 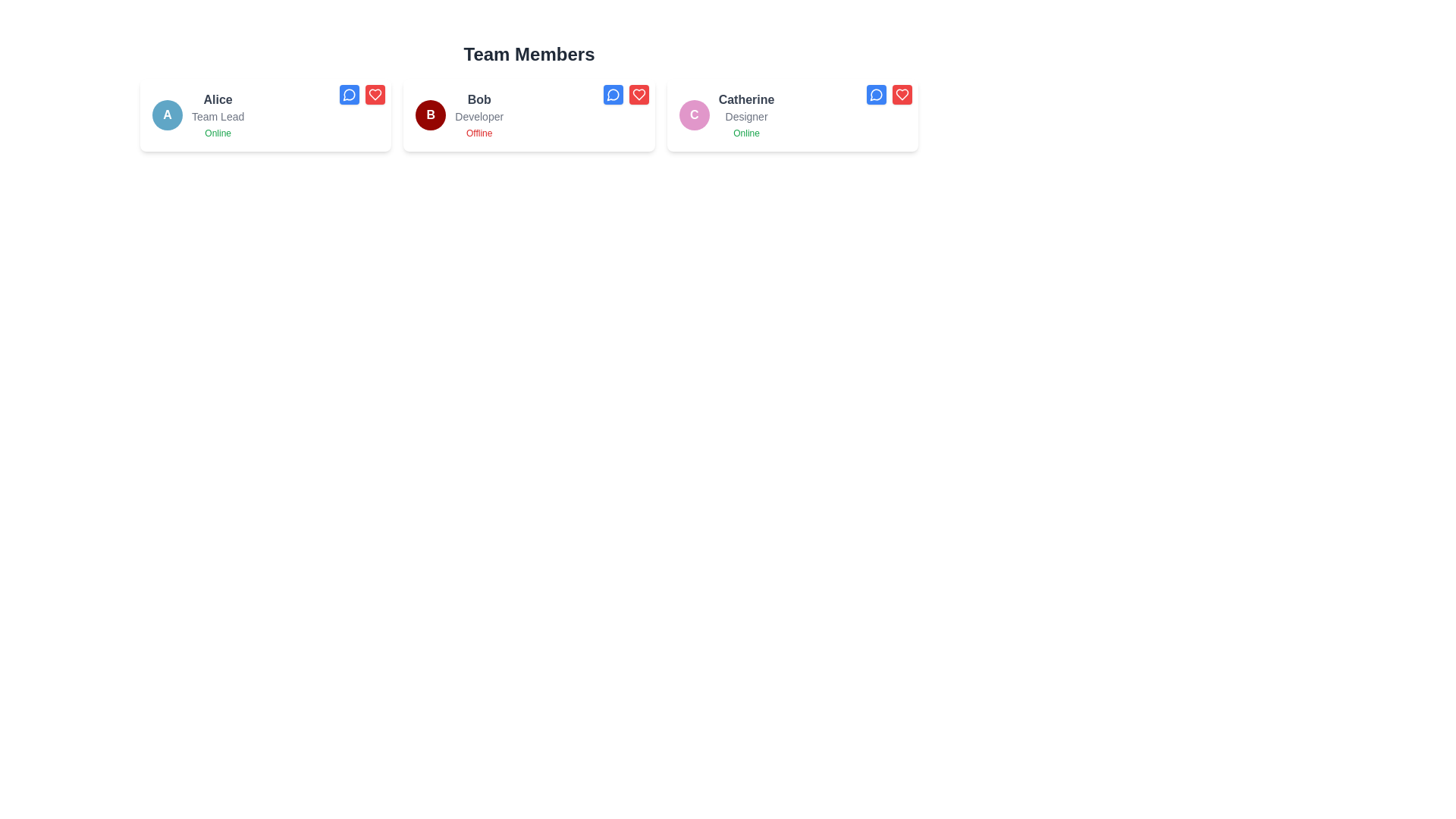 What do you see at coordinates (349, 94) in the screenshot?
I see `the message initiation button located in the top-right corner of Alice's user card` at bounding box center [349, 94].